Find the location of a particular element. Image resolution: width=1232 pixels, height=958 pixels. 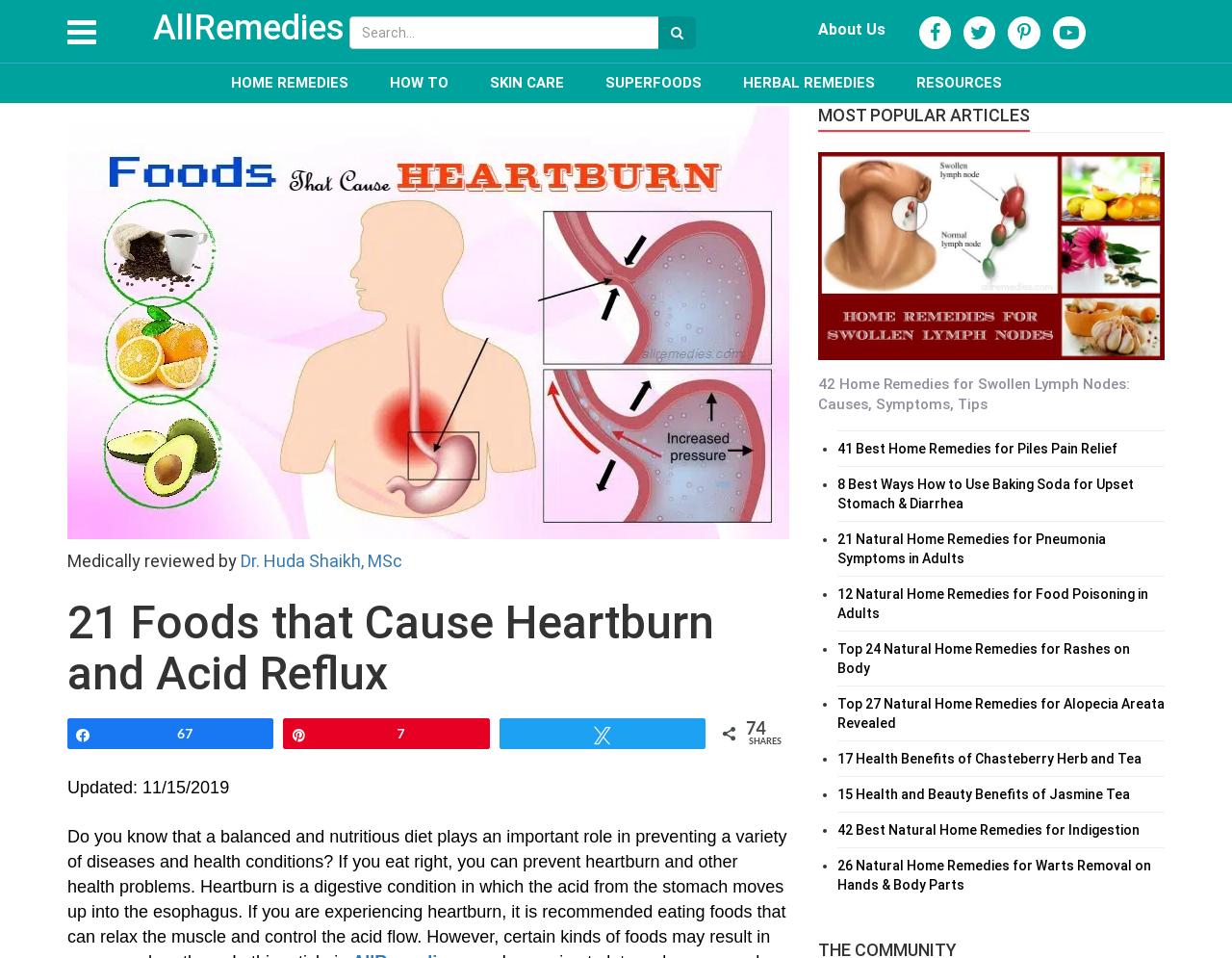

'Top 27 Natural Home Remedies for Alopecia Areata Revealed' is located at coordinates (1001, 711).